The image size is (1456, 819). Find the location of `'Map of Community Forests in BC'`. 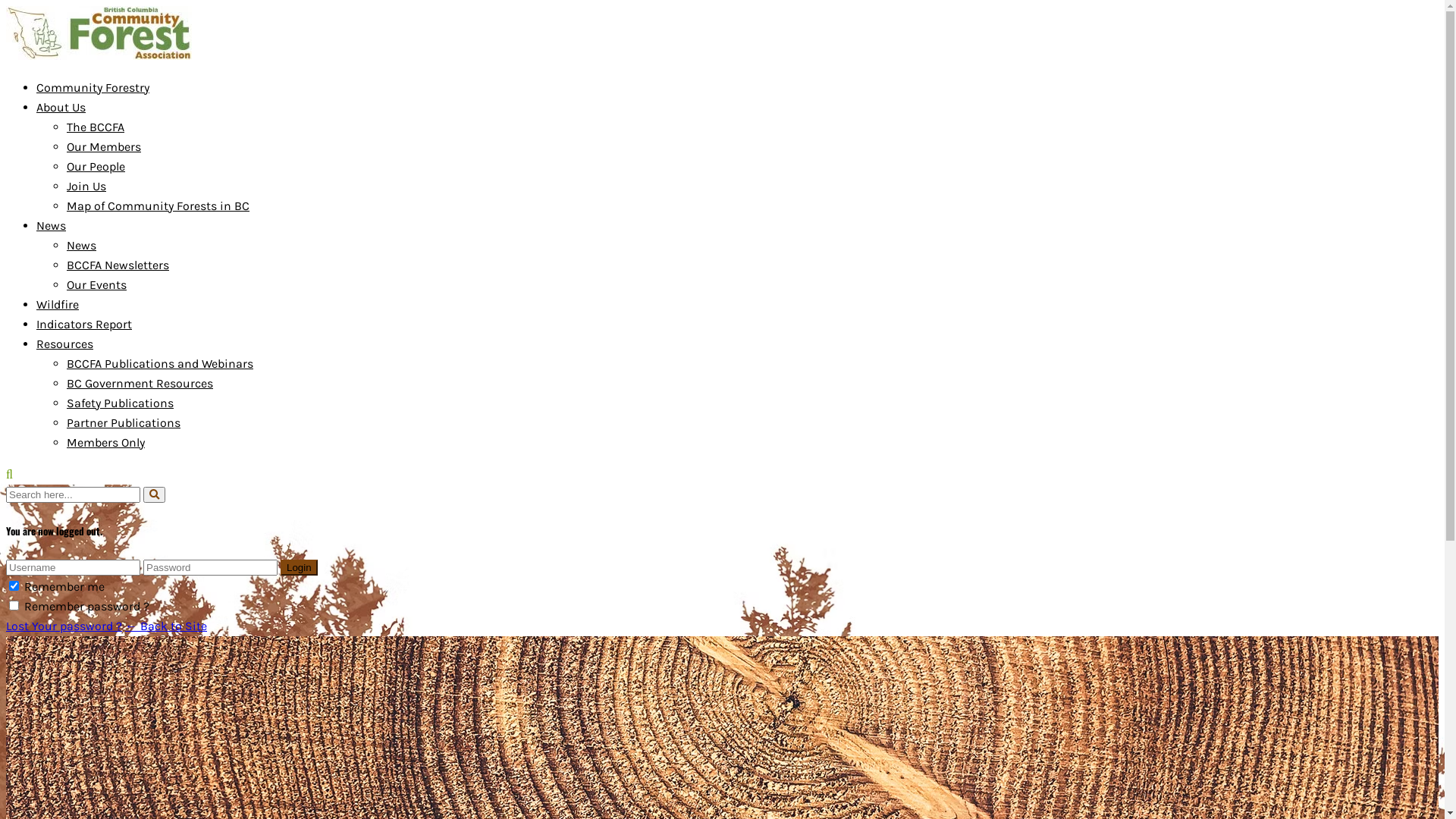

'Map of Community Forests in BC' is located at coordinates (158, 206).